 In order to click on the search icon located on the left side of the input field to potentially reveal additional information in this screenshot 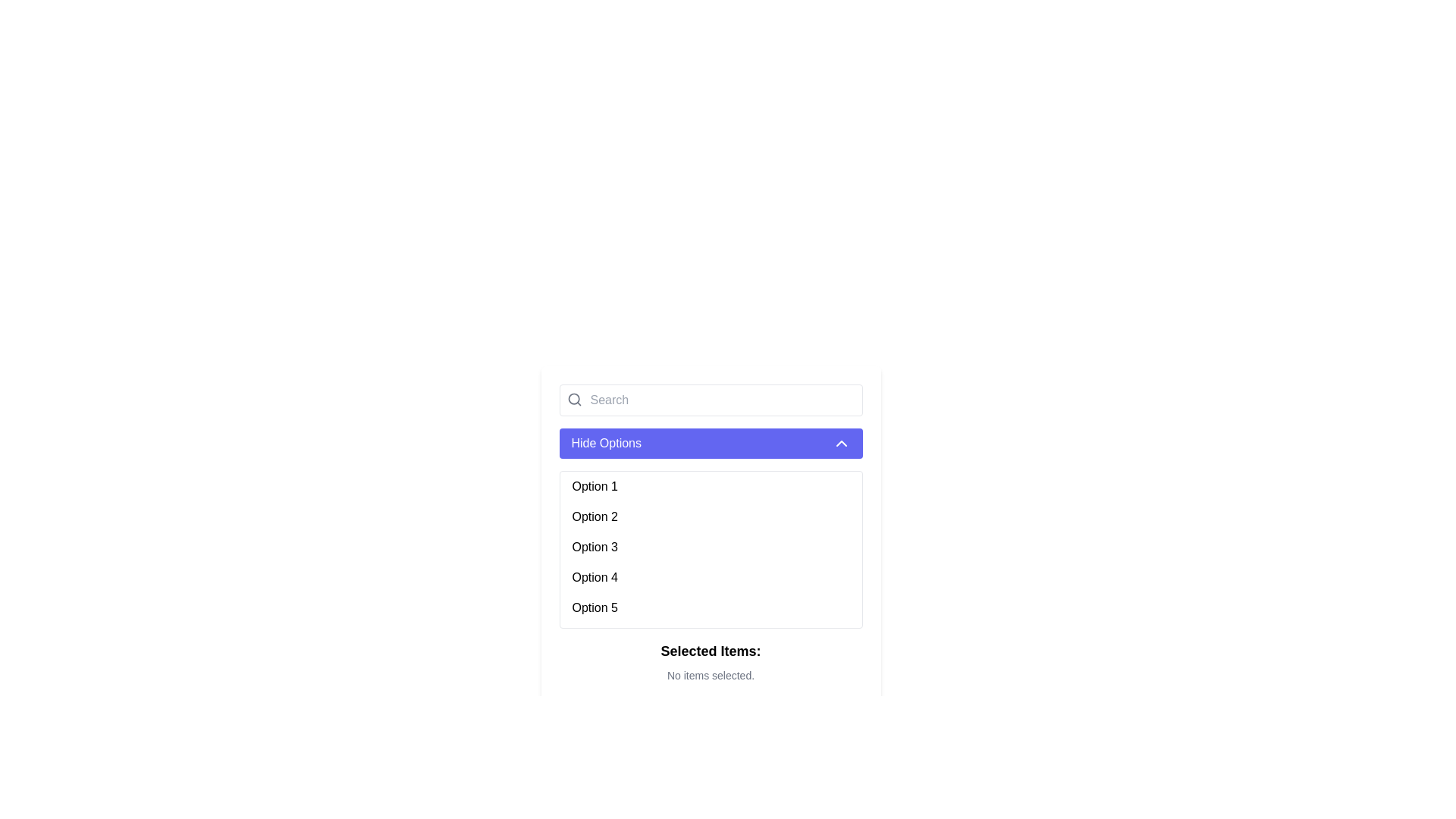, I will do `click(573, 399)`.